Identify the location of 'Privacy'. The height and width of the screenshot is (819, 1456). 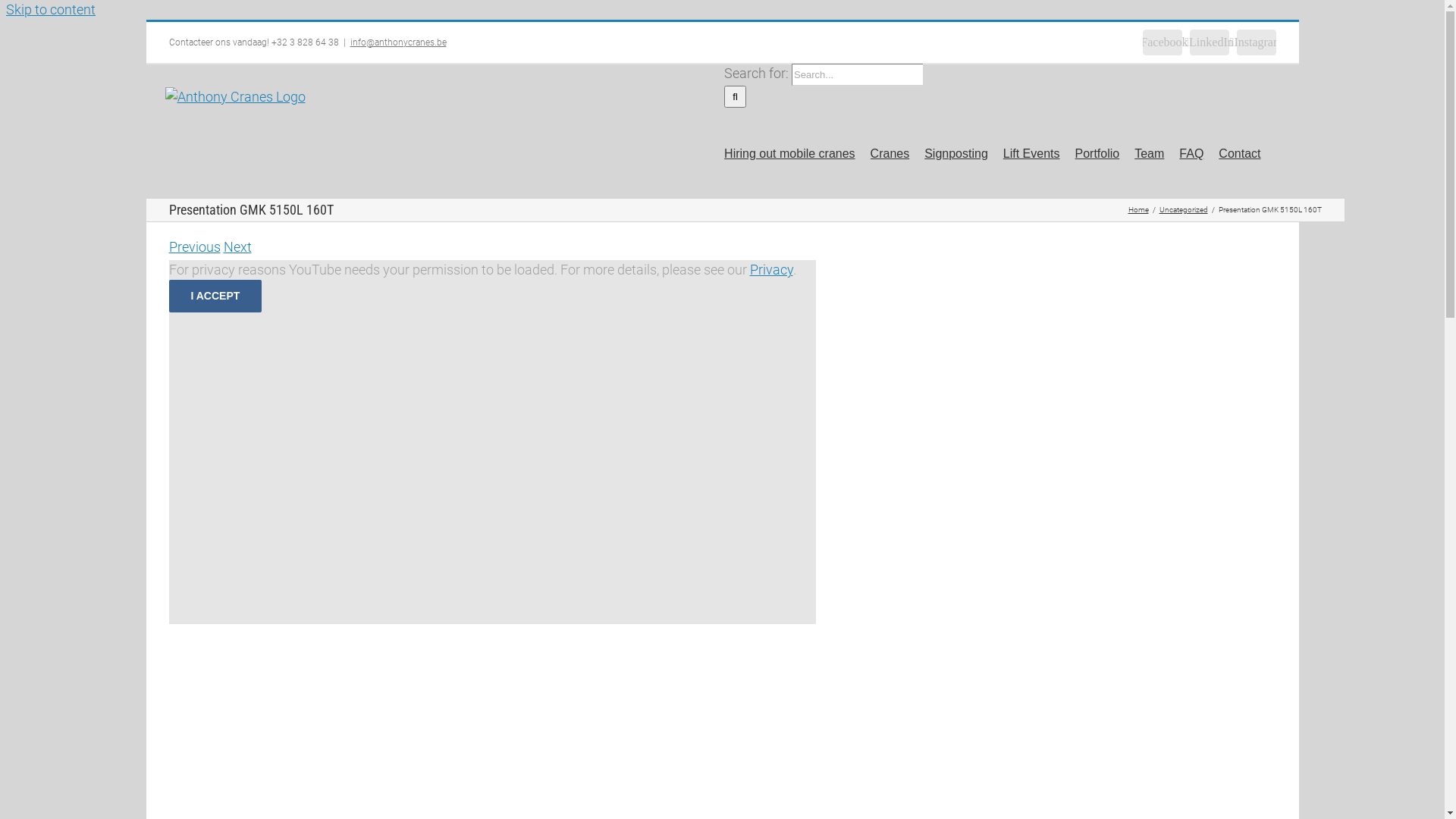
(770, 268).